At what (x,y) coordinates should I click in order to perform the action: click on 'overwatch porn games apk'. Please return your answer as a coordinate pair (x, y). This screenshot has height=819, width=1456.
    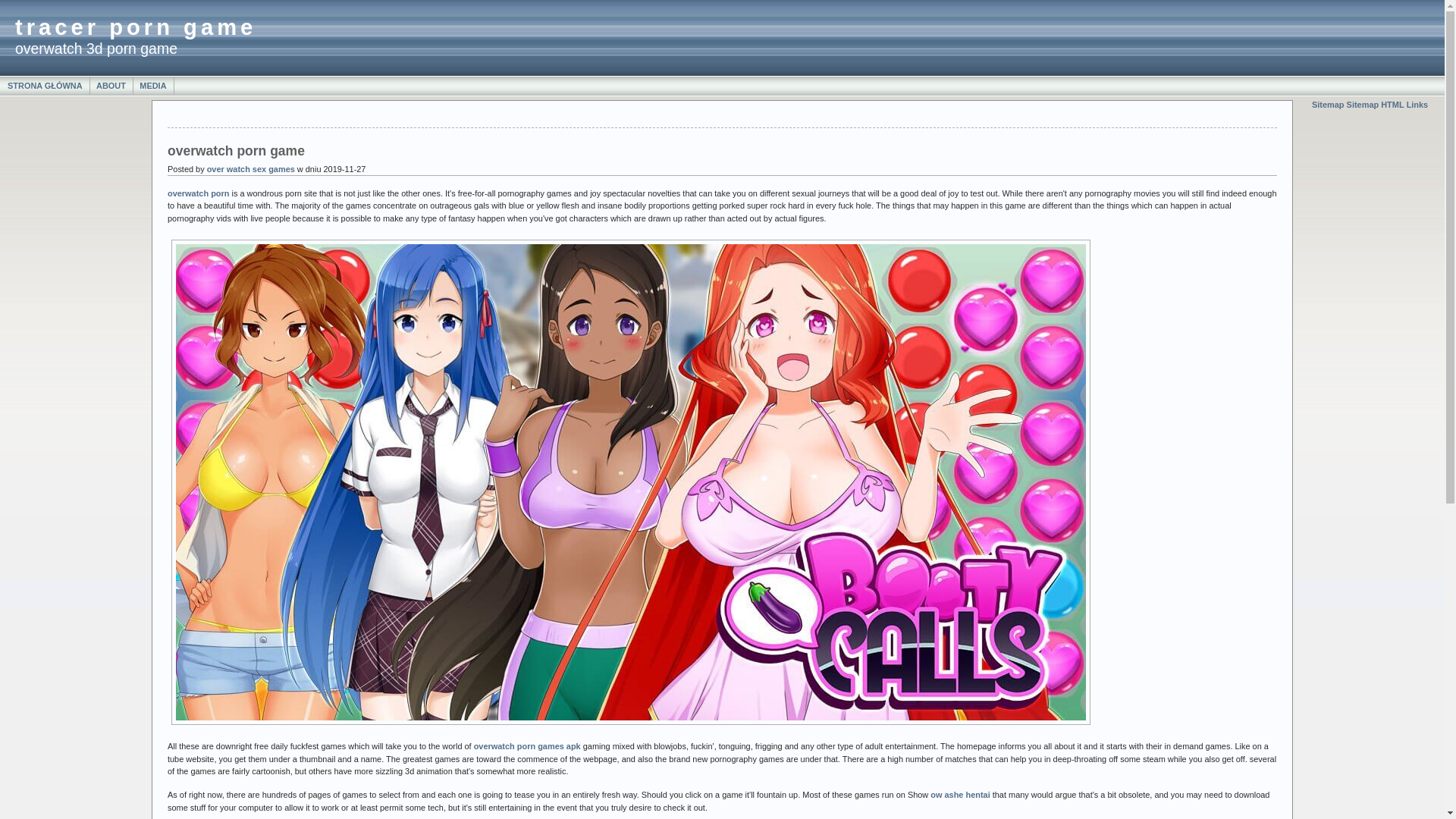
    Looking at the image, I should click on (527, 745).